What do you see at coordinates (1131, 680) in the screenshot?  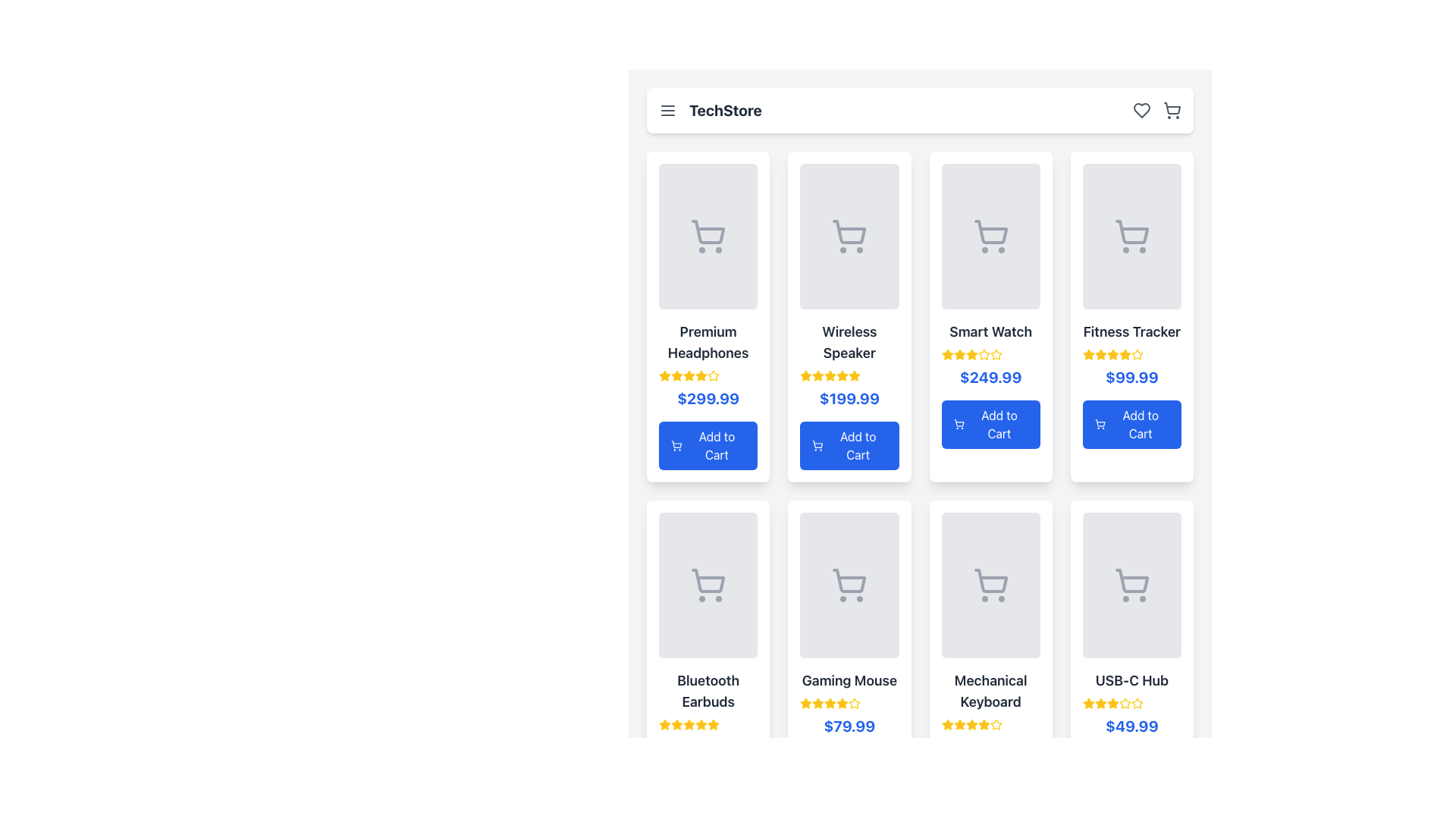 I see `the text label displaying 'USB-C Hub', which is located in the bottom-right corner of a product card above the price '$49.99'` at bounding box center [1131, 680].